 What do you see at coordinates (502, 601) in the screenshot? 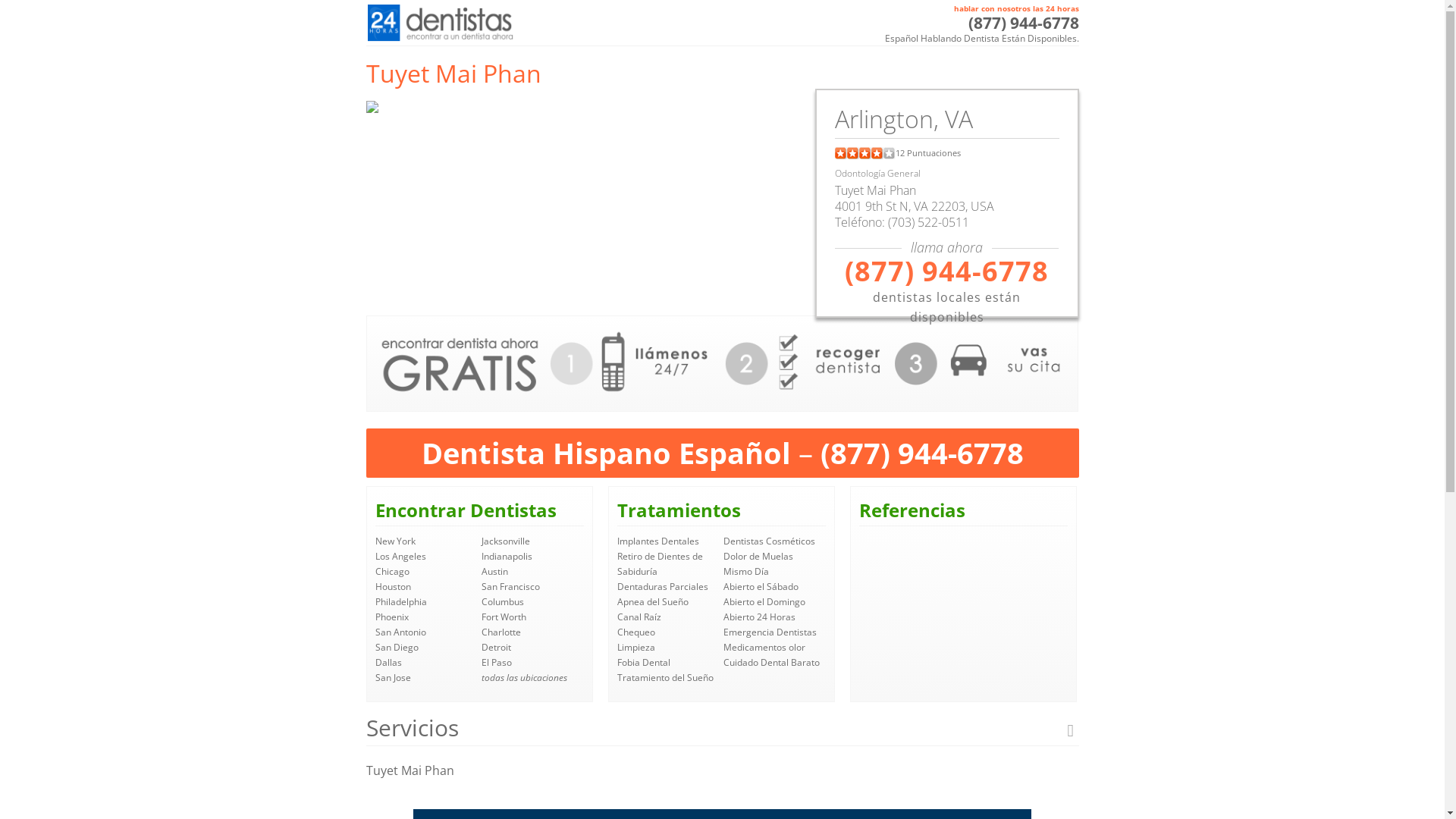
I see `'Columbus'` at bounding box center [502, 601].